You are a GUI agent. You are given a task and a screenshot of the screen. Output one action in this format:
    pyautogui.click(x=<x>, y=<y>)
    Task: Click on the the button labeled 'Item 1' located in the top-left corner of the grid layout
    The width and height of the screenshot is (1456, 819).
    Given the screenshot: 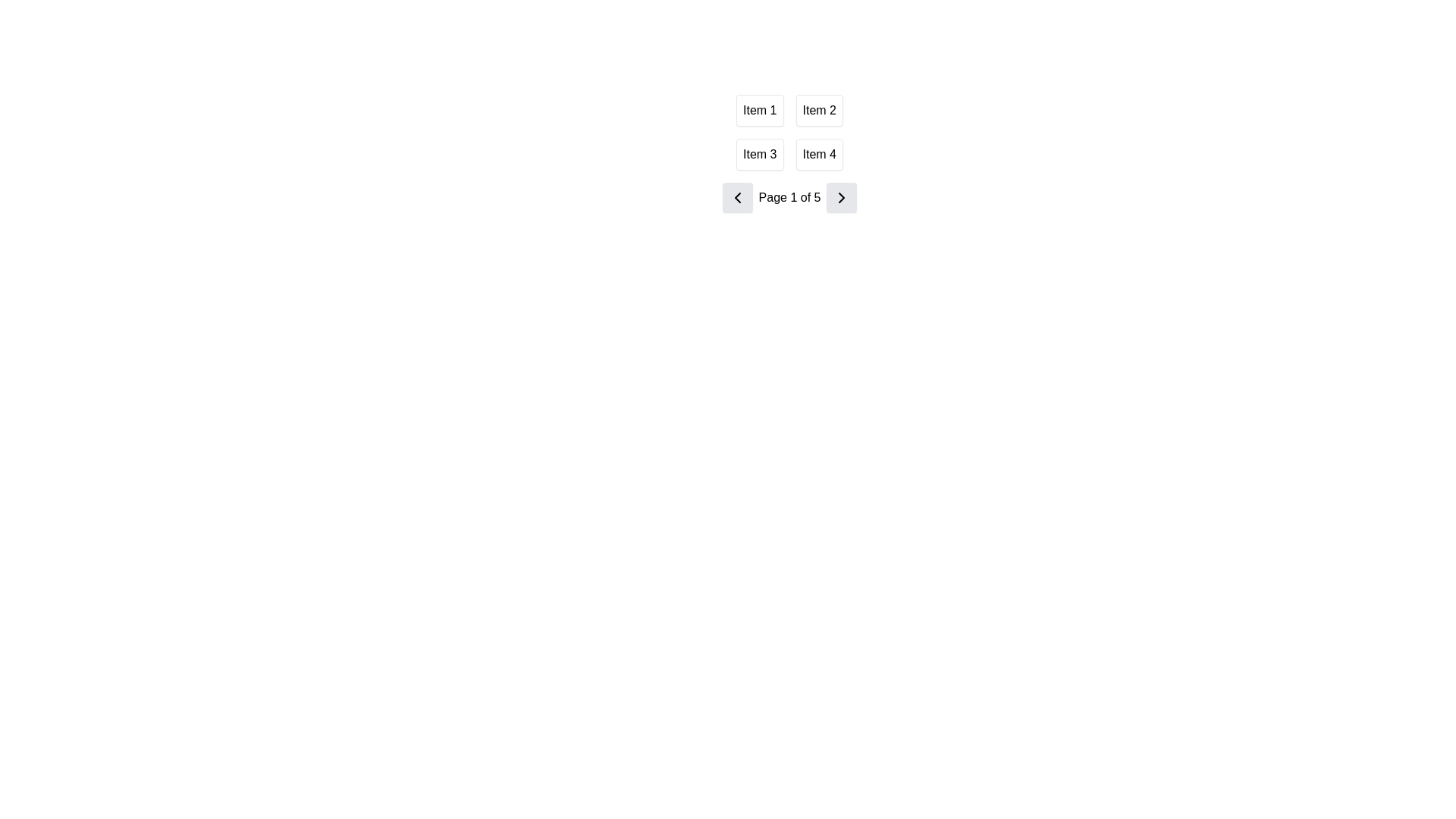 What is the action you would take?
    pyautogui.click(x=760, y=110)
    